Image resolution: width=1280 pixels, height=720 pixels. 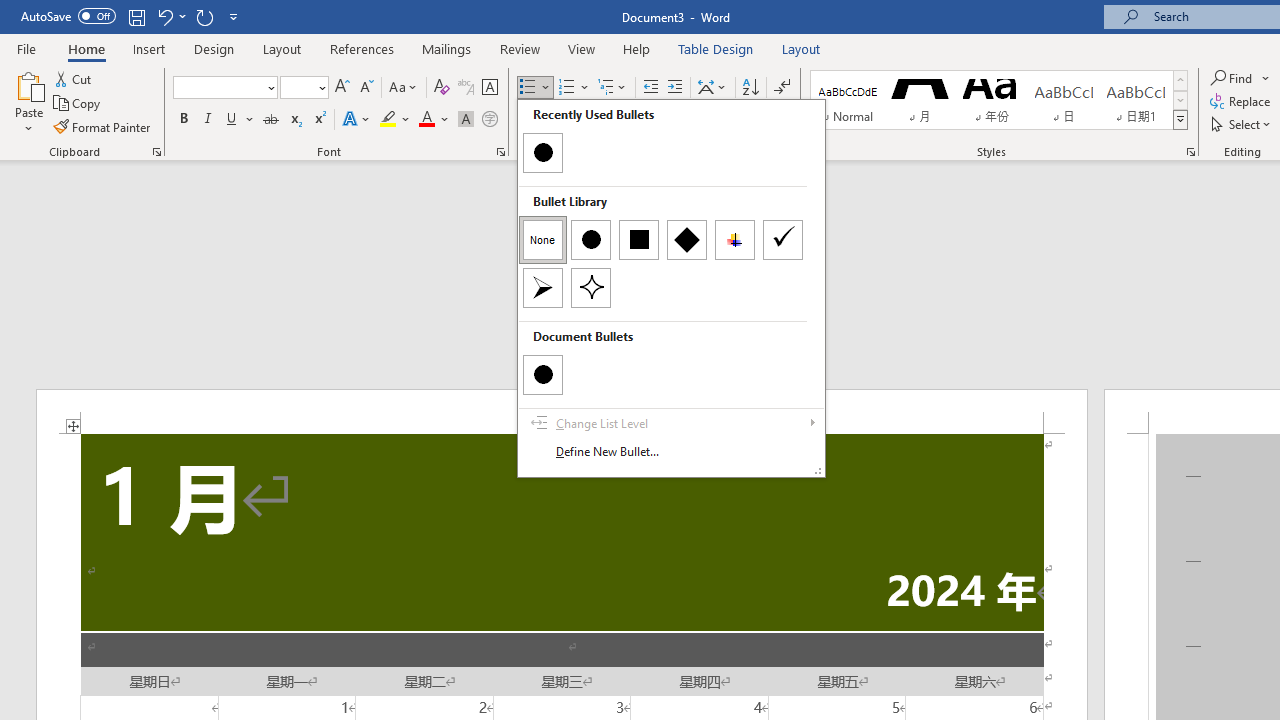 What do you see at coordinates (232, 119) in the screenshot?
I see `'Underline'` at bounding box center [232, 119].